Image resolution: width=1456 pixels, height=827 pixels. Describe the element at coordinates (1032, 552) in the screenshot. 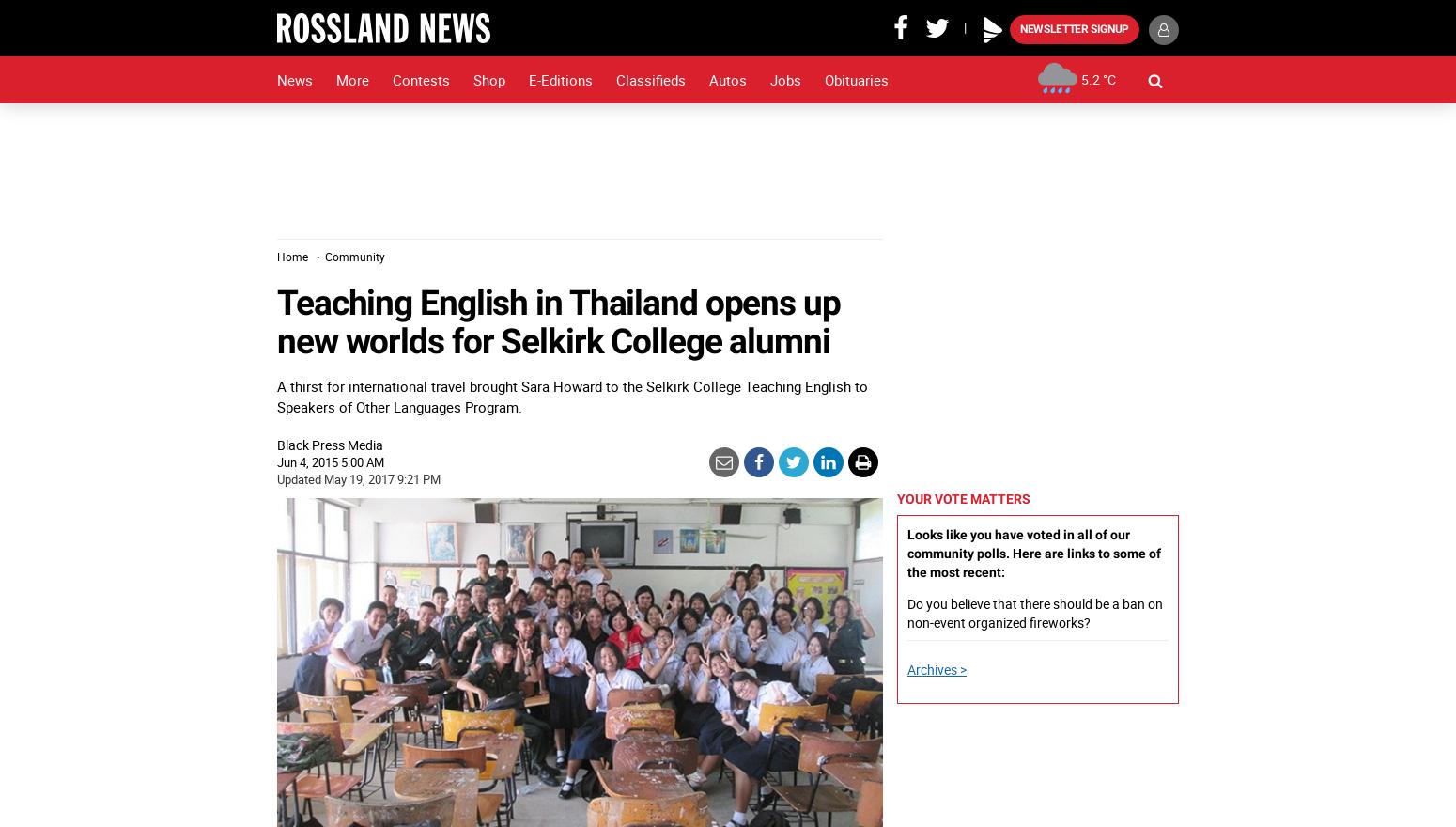

I see `'Looks like you have voted in all of our community polls. Here are links to some of the most recent:'` at that location.